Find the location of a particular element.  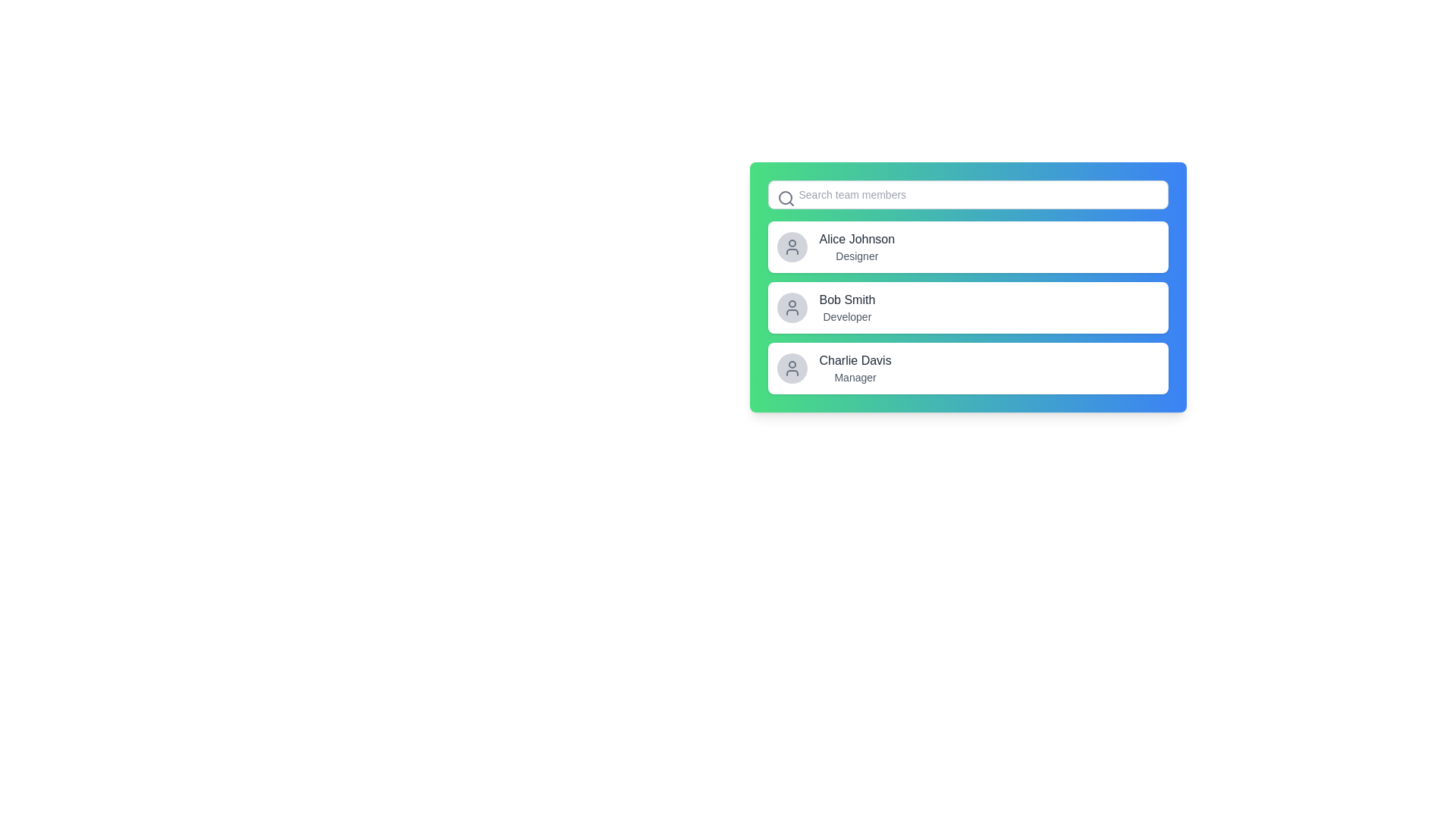

the small circular shape that is part of the magnifying glass icon located to the left of the search text field within the search bar area is located at coordinates (785, 197).